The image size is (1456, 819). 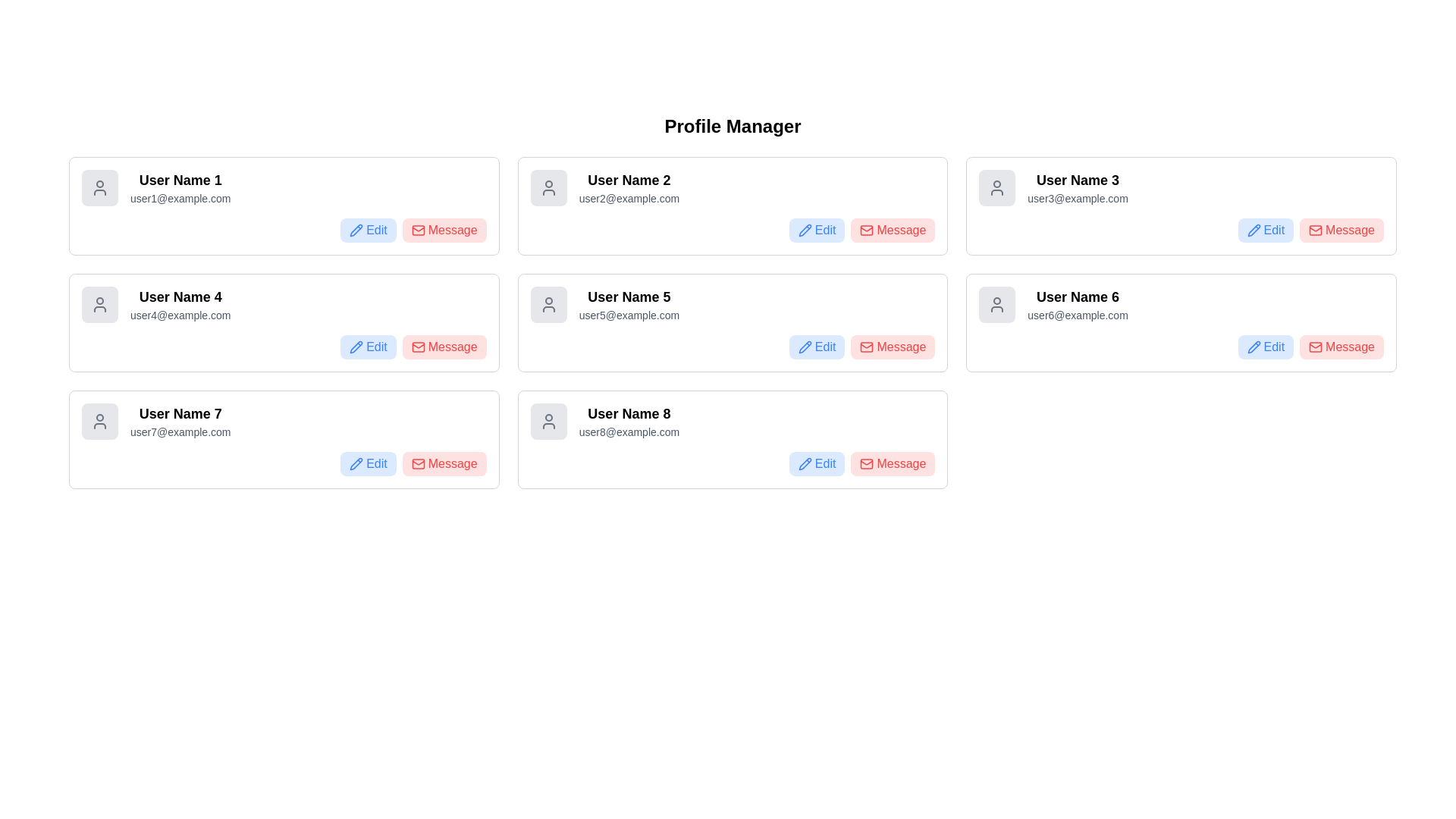 I want to click on the red-colored 'Message' button prominently displayed in bold font located in the user profile row for 'User Name 7' to initiate a message, so click(x=452, y=463).